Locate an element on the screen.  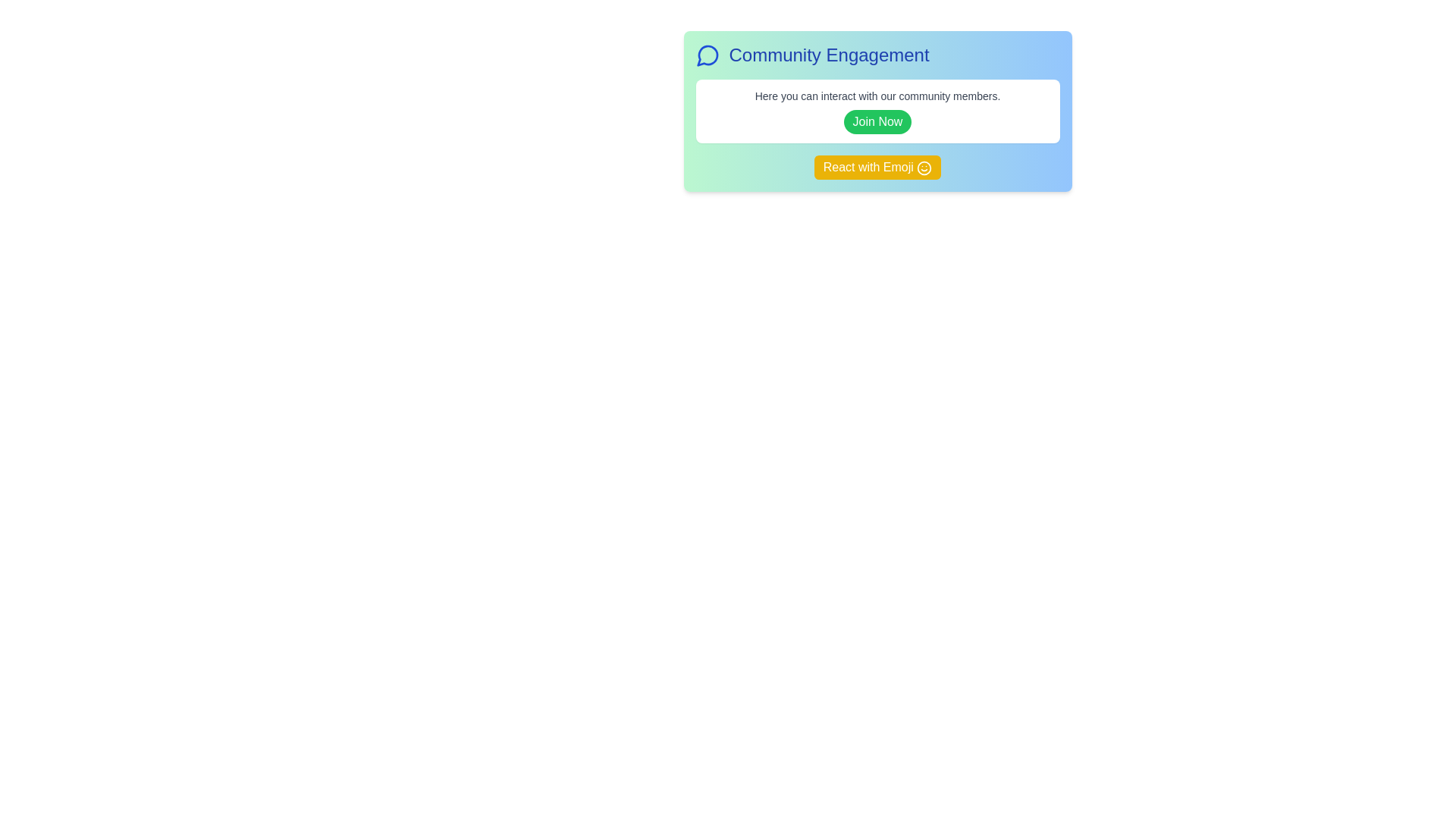
the text block that says 'Here you can interact with our community members.', styled in medium size and gray color, located above the green 'Join Now' button is located at coordinates (877, 96).